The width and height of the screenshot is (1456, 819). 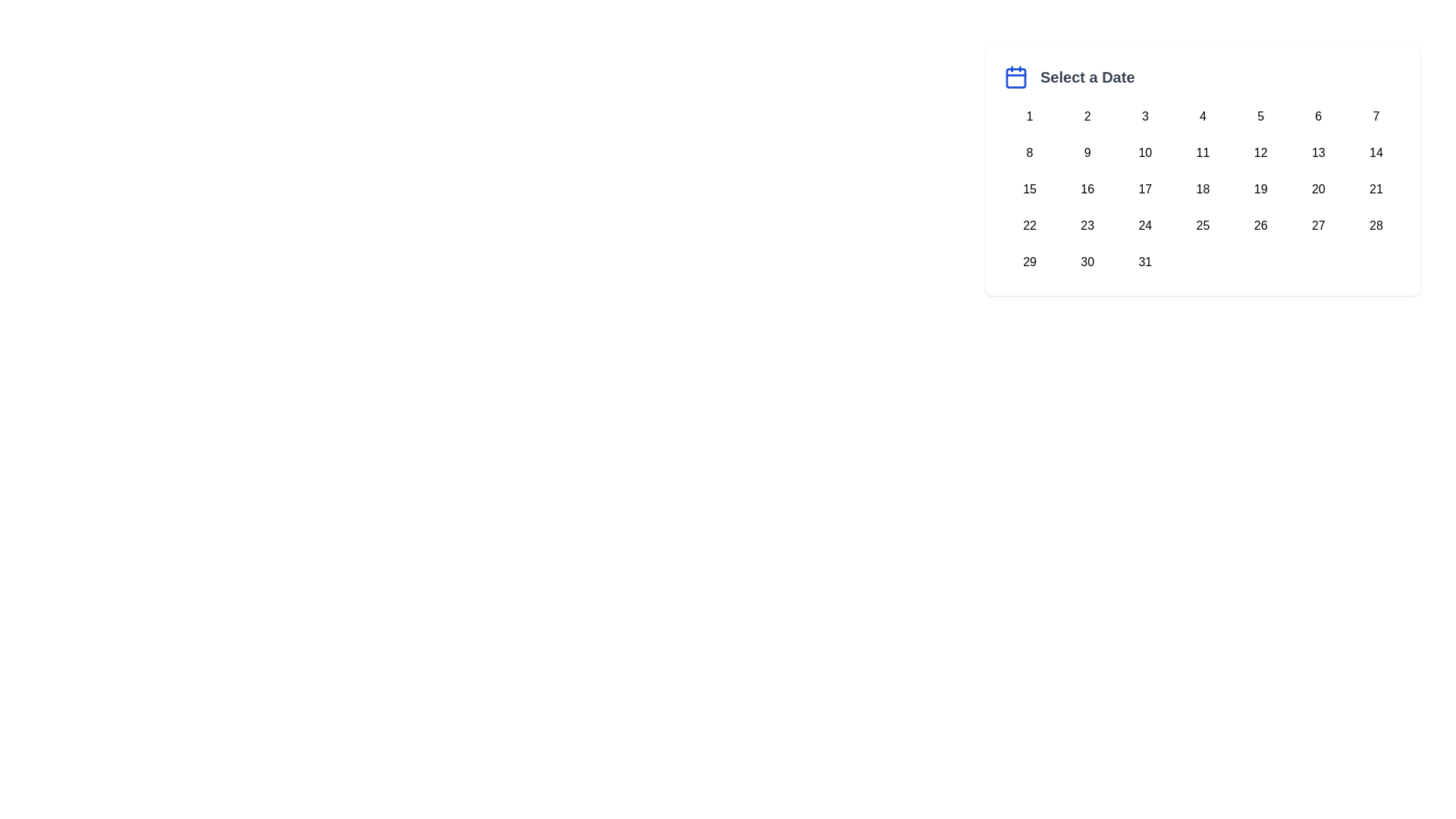 I want to click on the button representing the 21st day of the month in the date picker titled 'Select a Date', so click(x=1376, y=189).